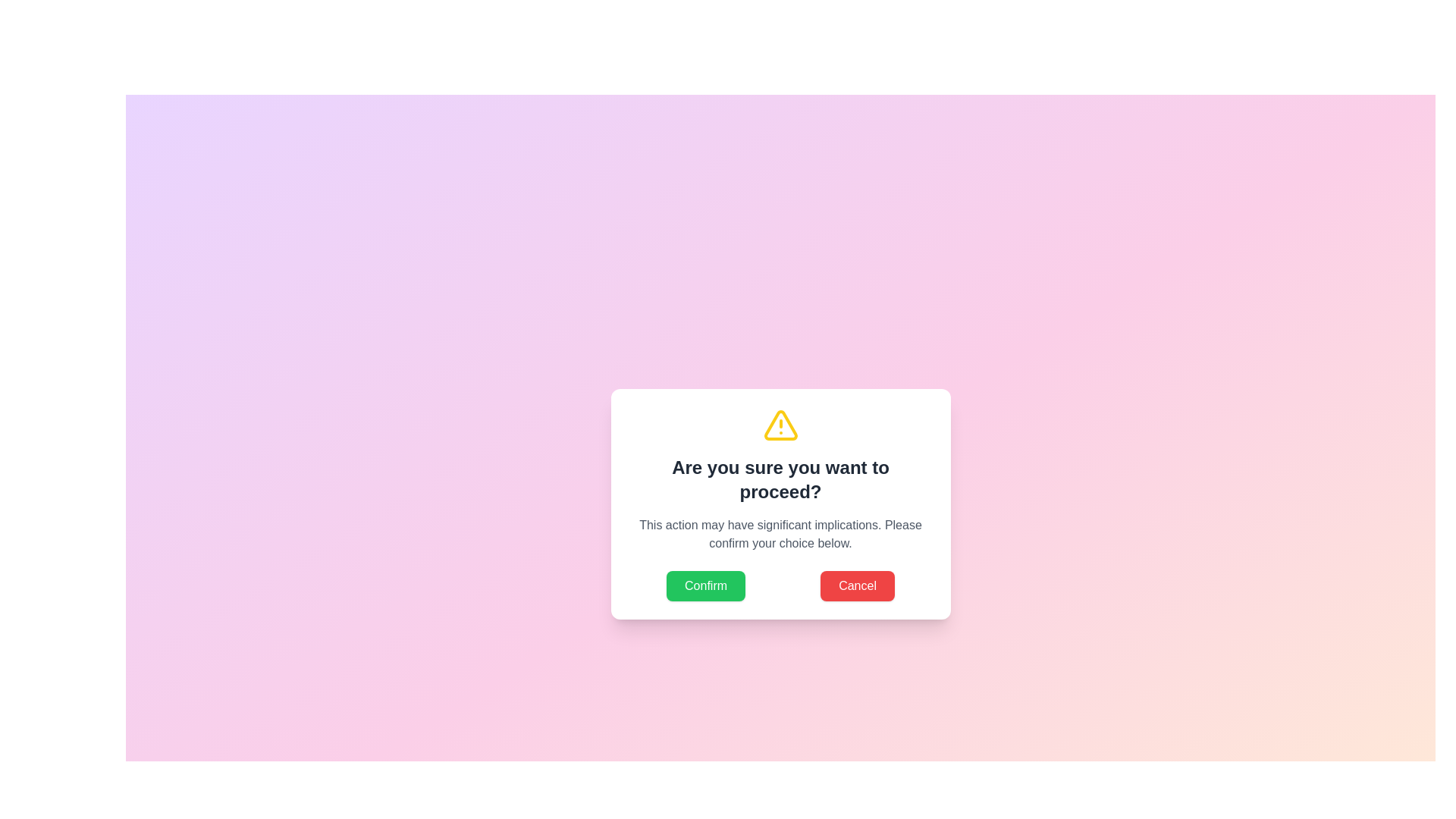 The height and width of the screenshot is (819, 1456). I want to click on the green 'Confirm' button with white bold text, so click(705, 585).